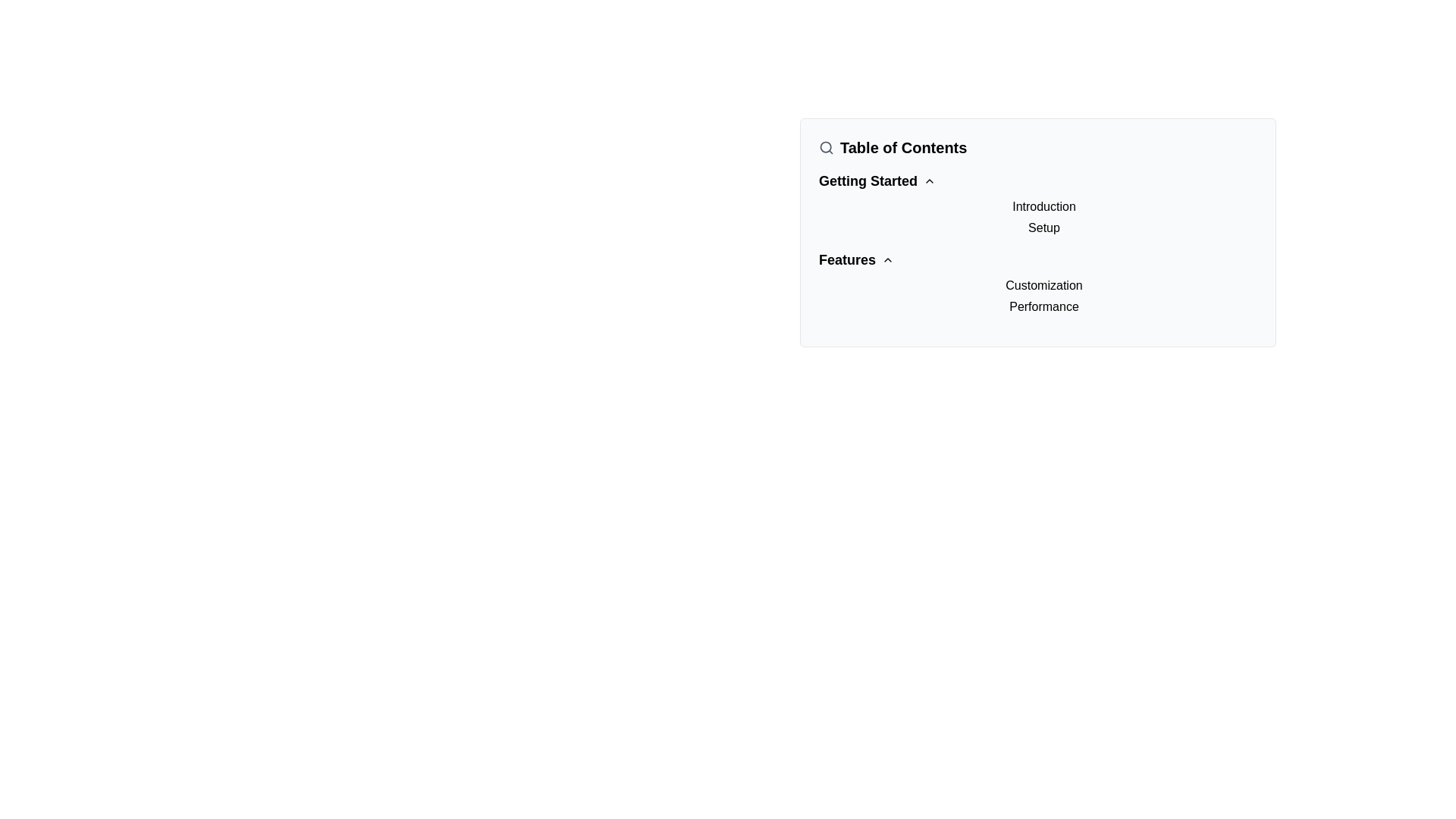 This screenshot has height=819, width=1456. I want to click on the 'Table of Contents' label, which is a prominently displayed text label in bold and large font, located near the top of the content area with an icon to its left, so click(903, 148).